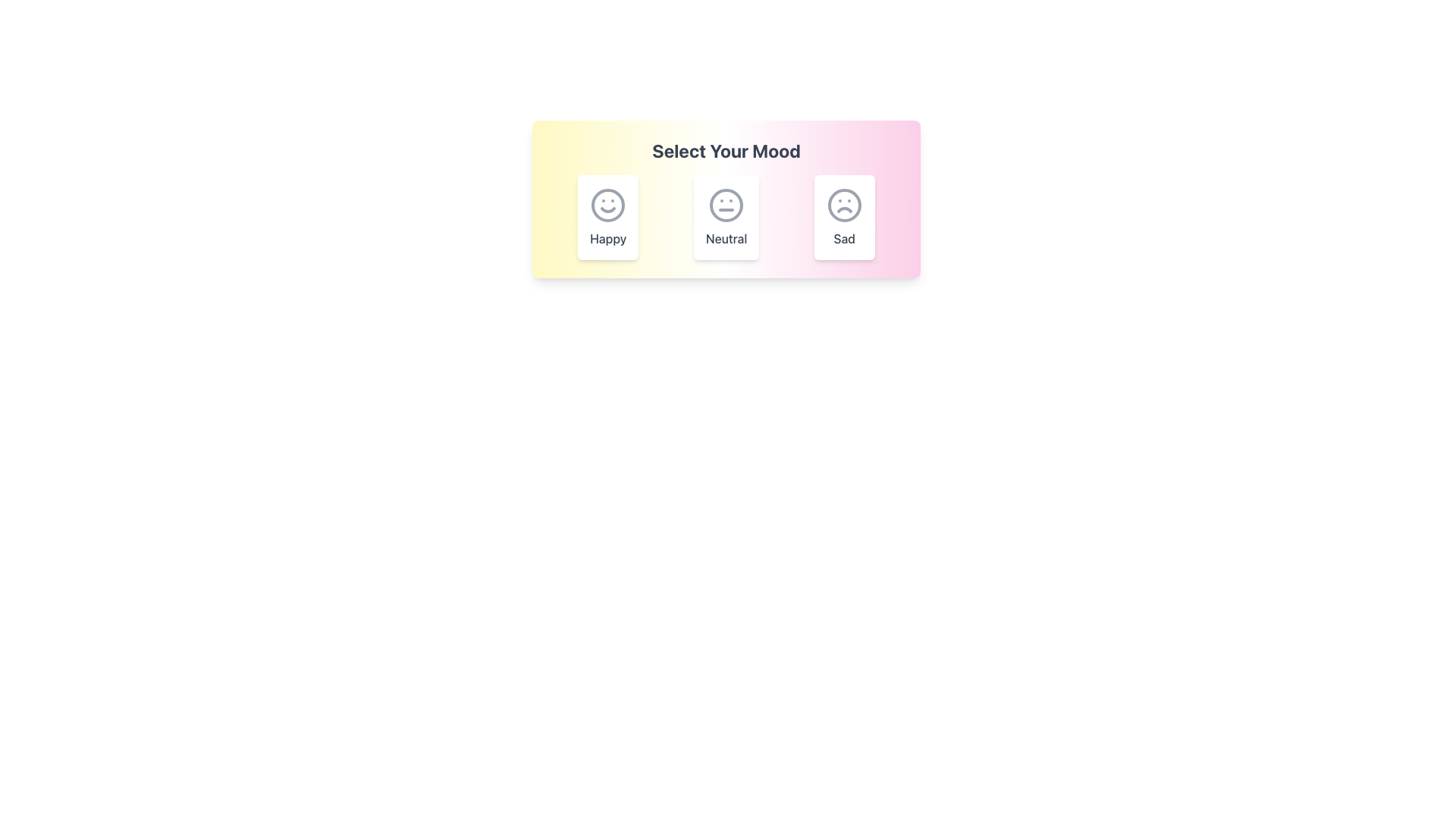  Describe the element at coordinates (608, 210) in the screenshot. I see `the smile curve icon representing happiness, located at the bottom part of the circular face icon` at that location.